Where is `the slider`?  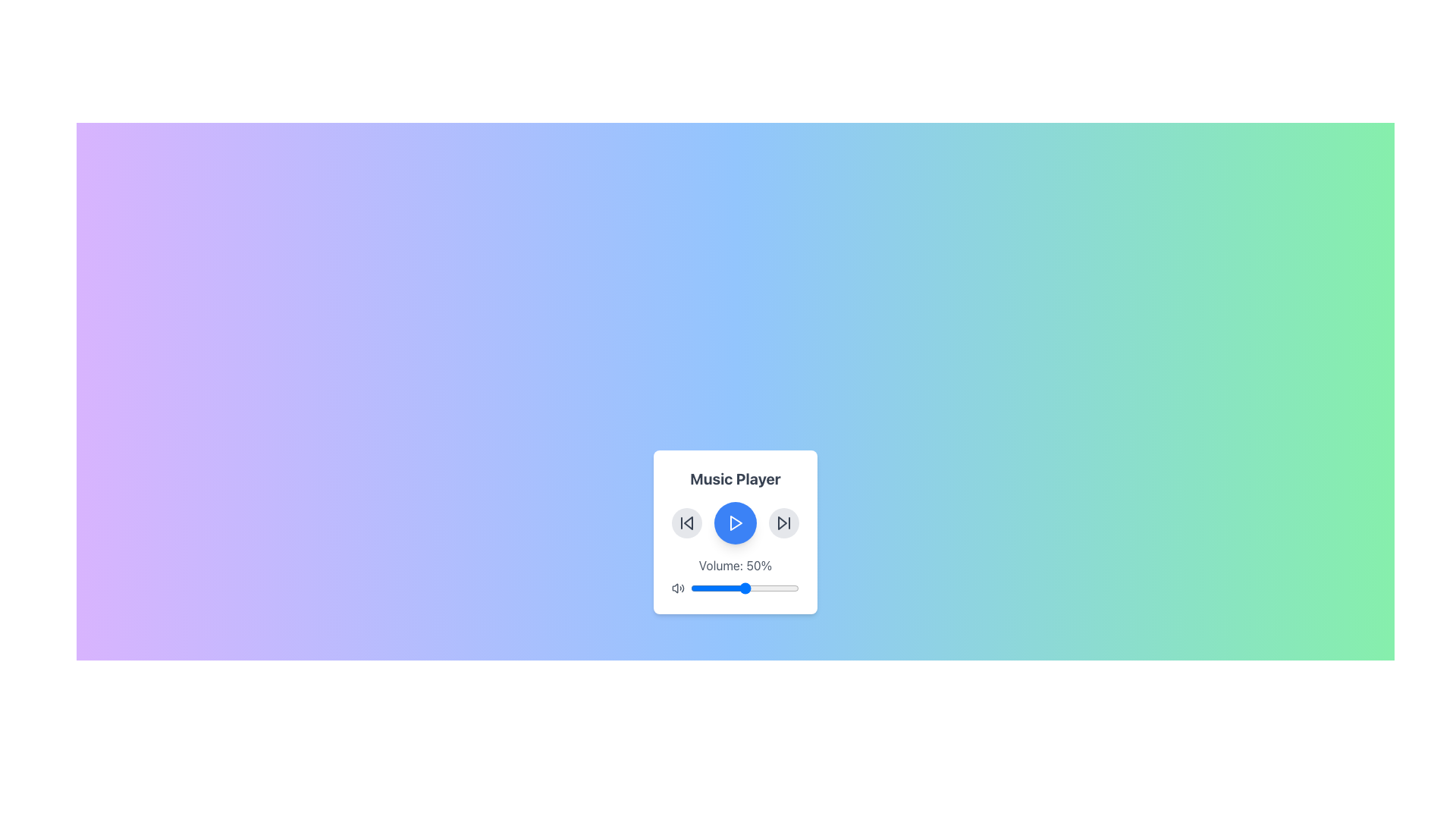 the slider is located at coordinates (720, 587).